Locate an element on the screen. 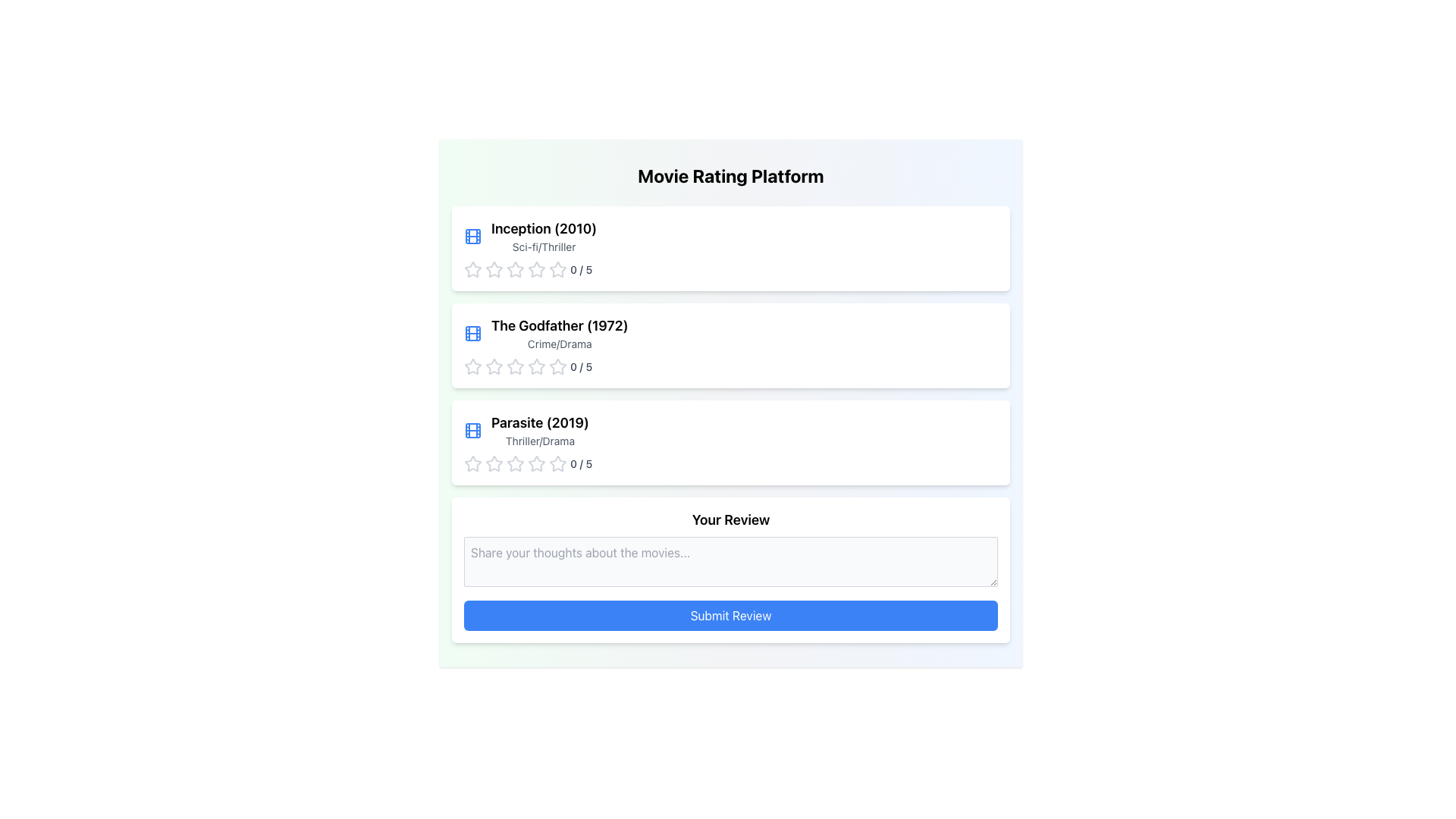  the first star icon to assign a one-star rating for the movie 'Inception (2010)' is located at coordinates (472, 268).